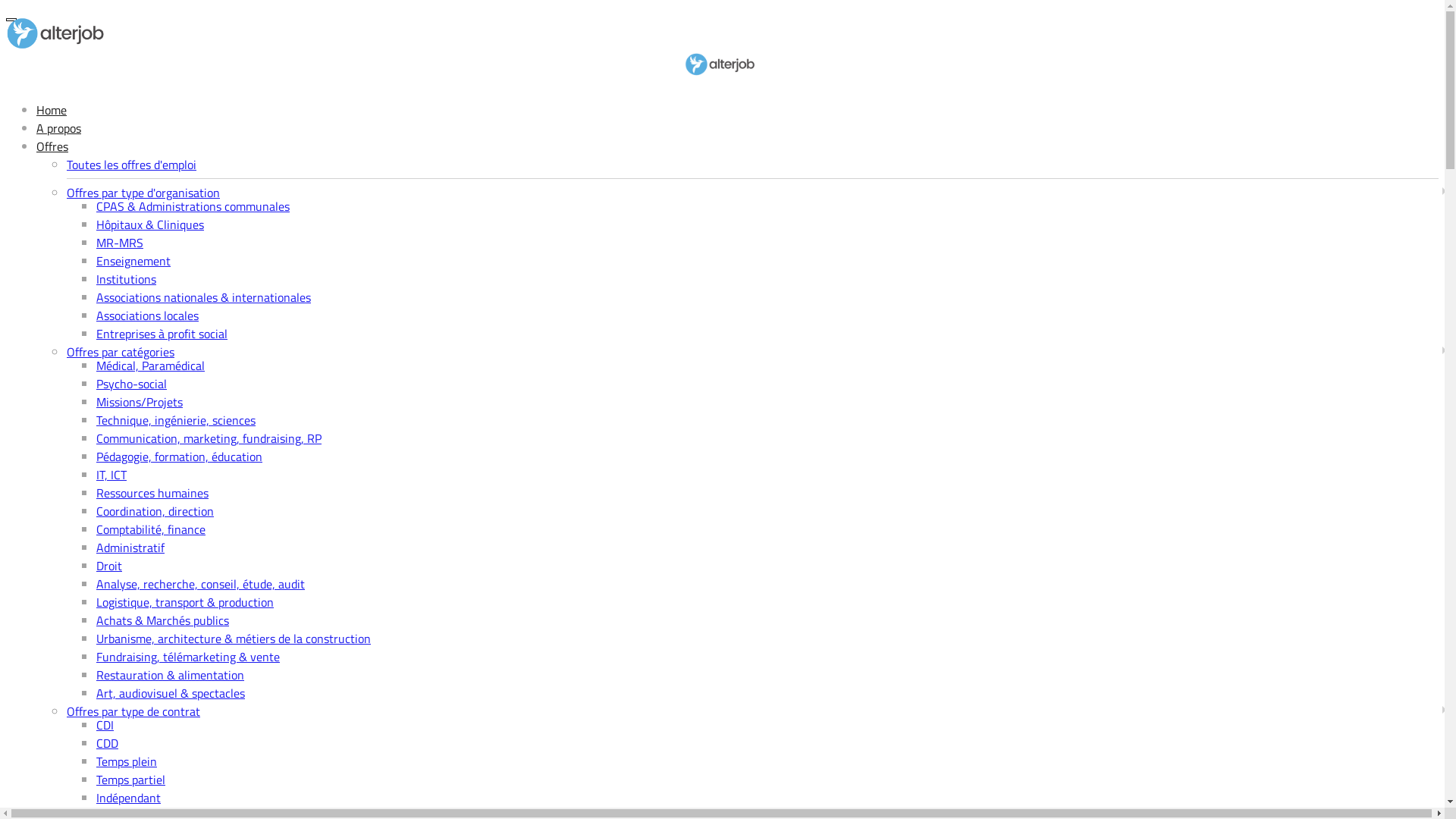 The width and height of the screenshot is (1456, 819). I want to click on 'A propos', so click(58, 127).